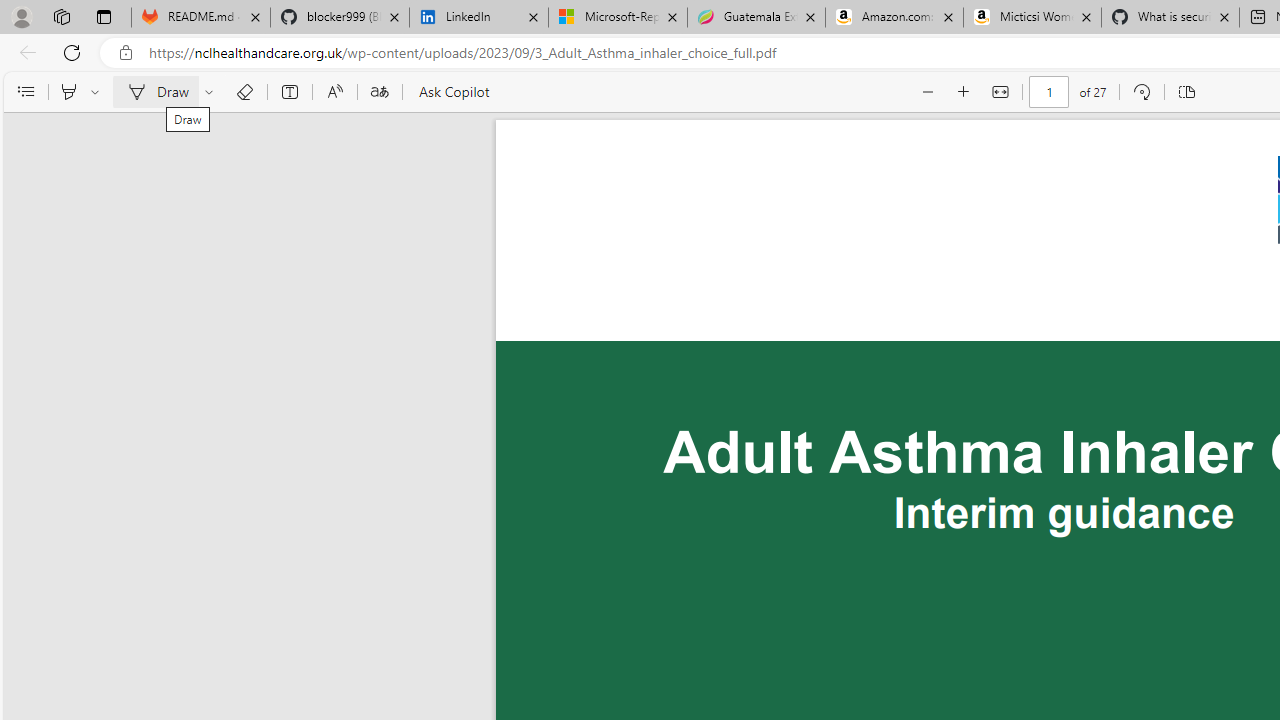 This screenshot has width=1280, height=720. What do you see at coordinates (1000, 92) in the screenshot?
I see `'Fit to width (Ctrl+\)'` at bounding box center [1000, 92].